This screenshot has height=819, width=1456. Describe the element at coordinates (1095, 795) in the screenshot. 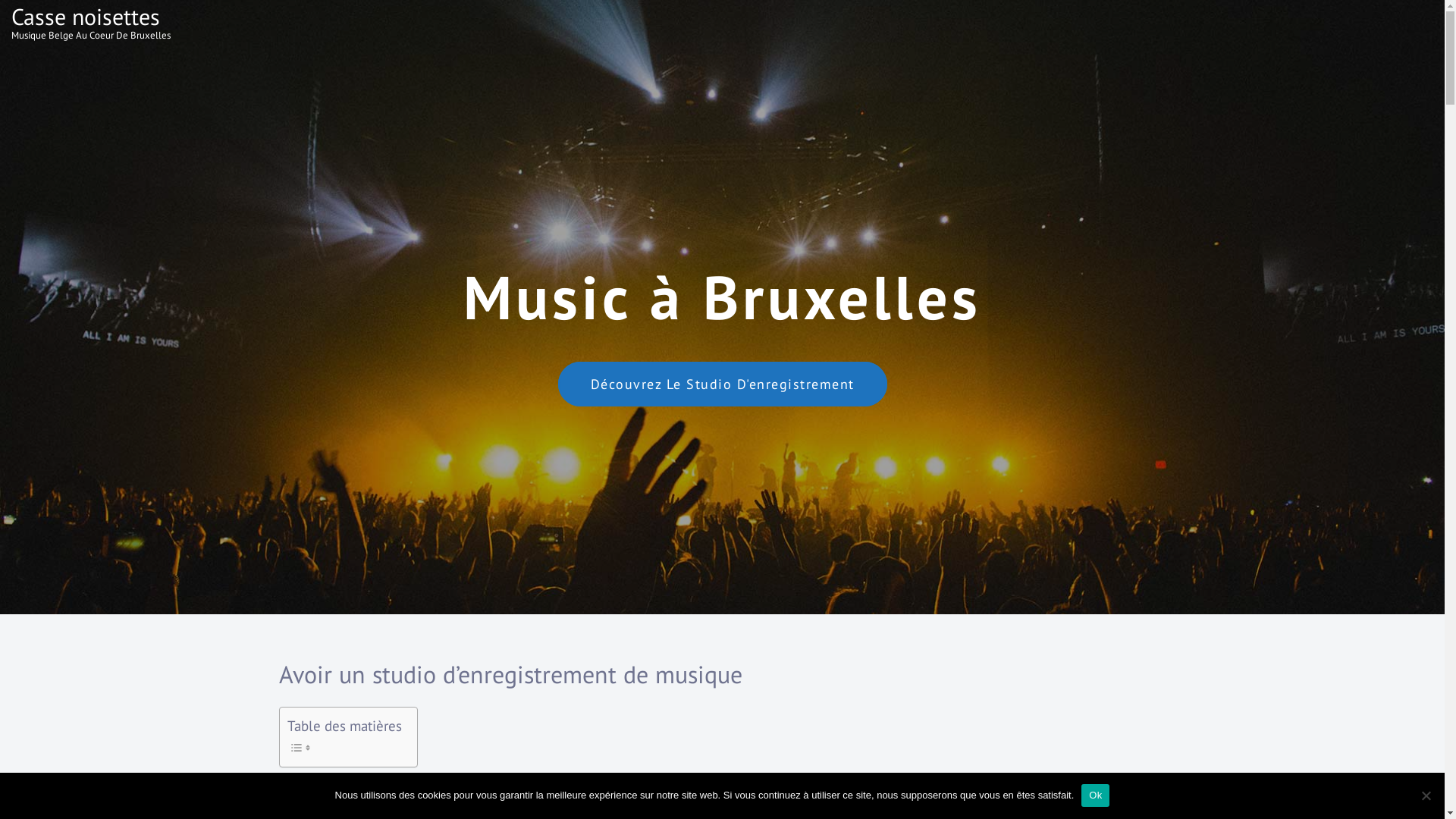

I see `'Ok'` at that location.